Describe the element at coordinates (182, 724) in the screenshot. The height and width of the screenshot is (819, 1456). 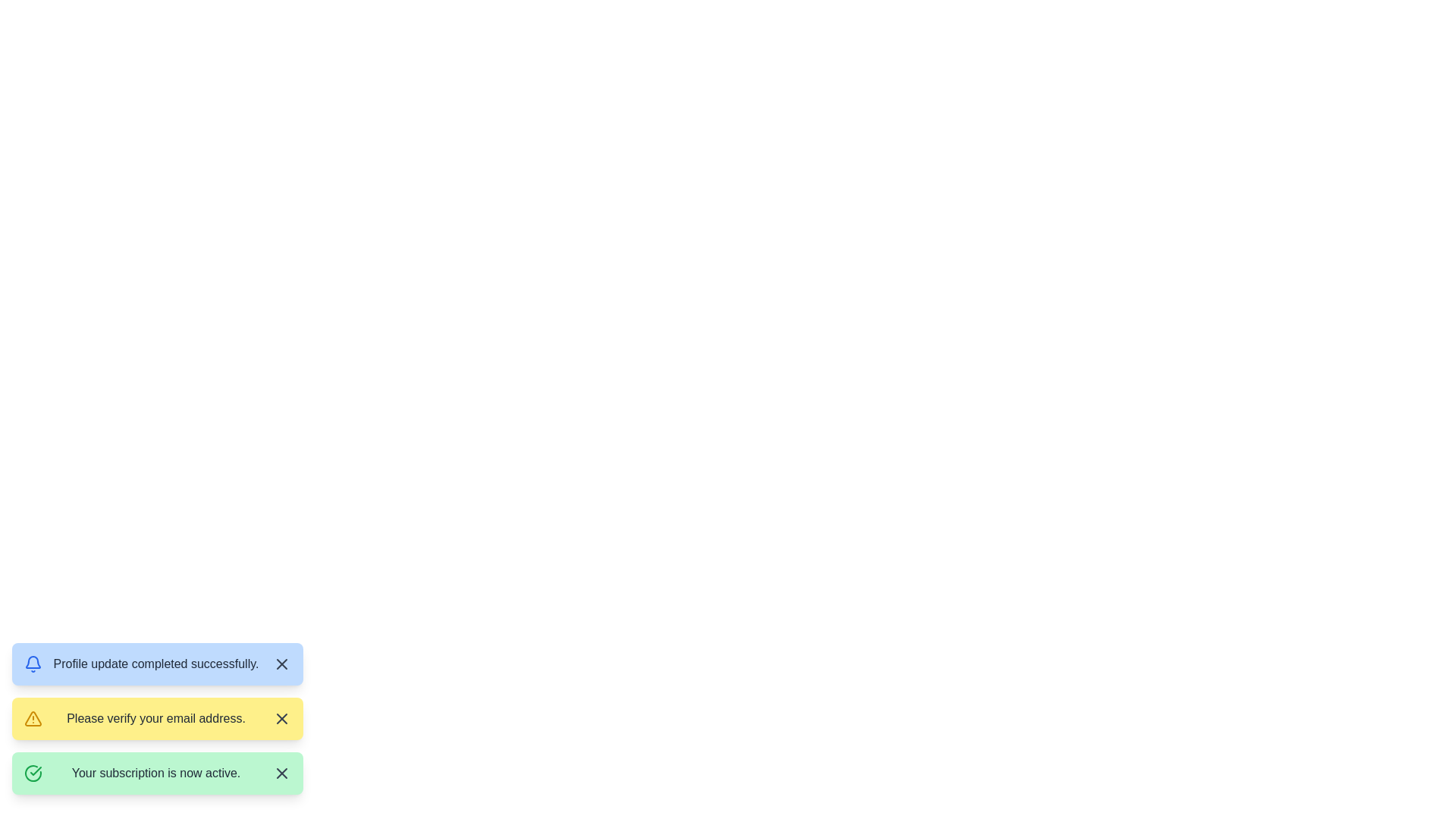
I see `notification displayed in the yellow alert box that prompts 'Please verify your email address.'` at that location.